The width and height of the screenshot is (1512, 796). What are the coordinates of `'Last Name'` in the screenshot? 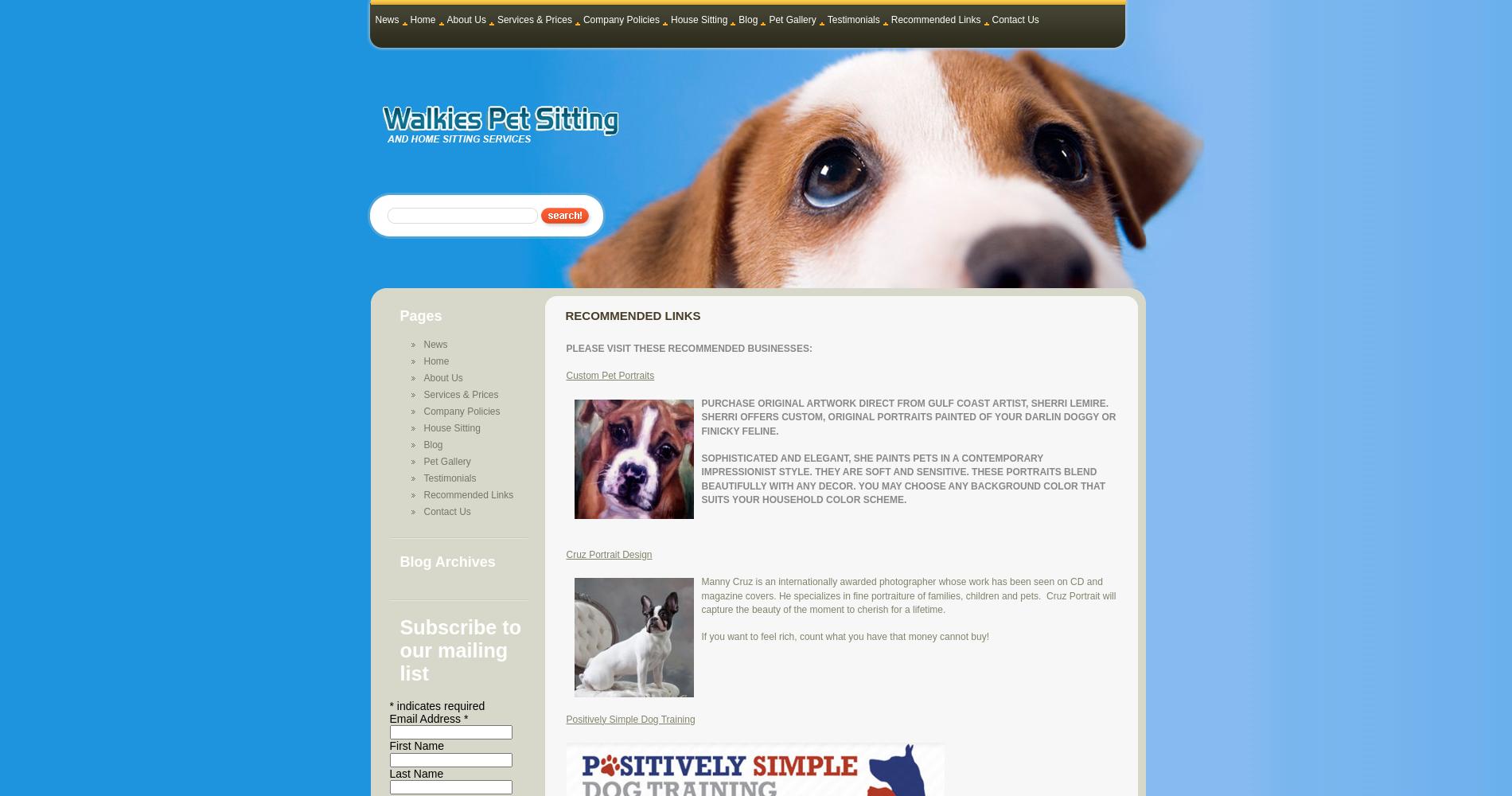 It's located at (416, 772).